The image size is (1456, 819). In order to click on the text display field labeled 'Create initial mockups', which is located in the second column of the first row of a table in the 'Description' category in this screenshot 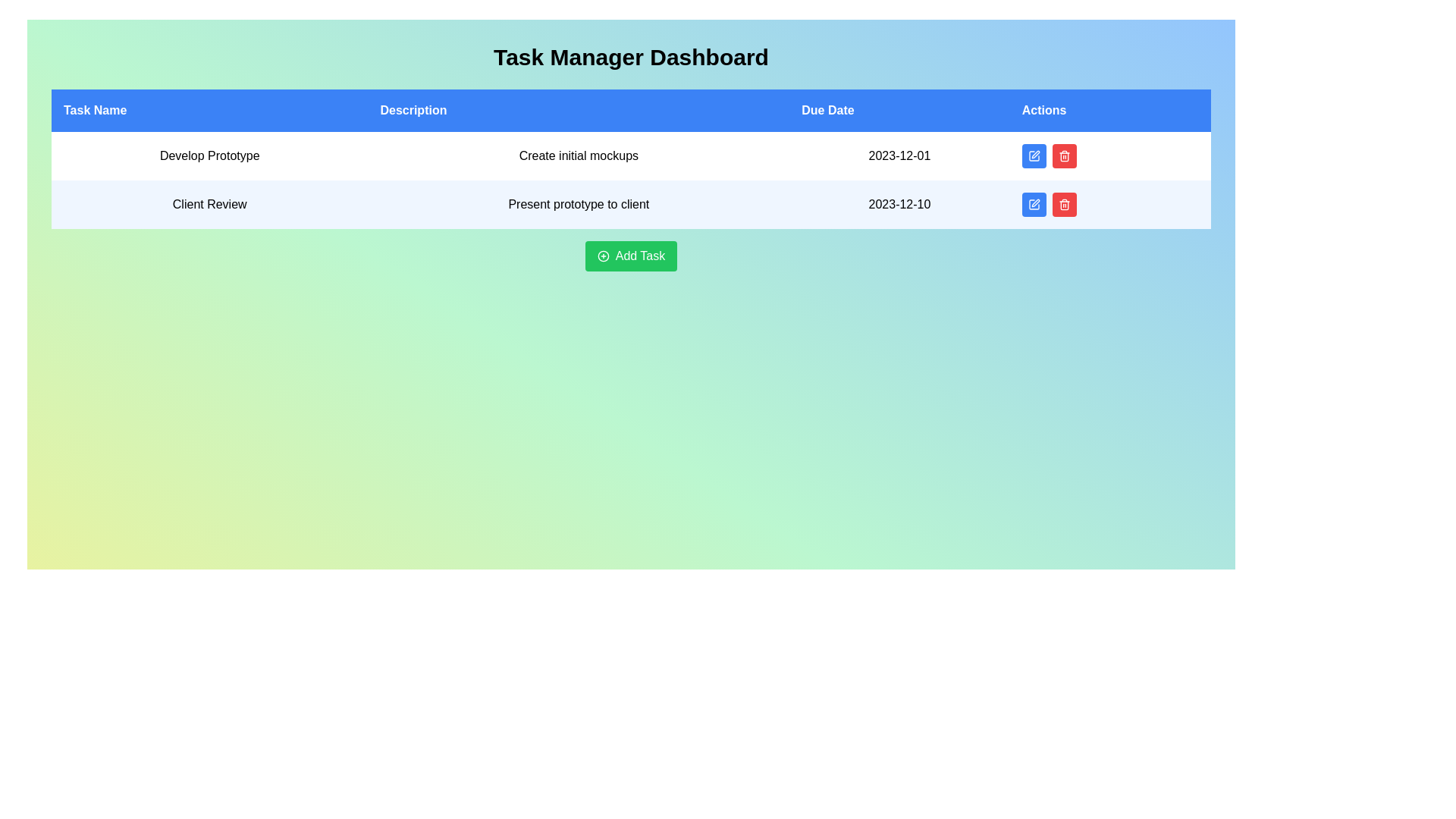, I will do `click(578, 155)`.